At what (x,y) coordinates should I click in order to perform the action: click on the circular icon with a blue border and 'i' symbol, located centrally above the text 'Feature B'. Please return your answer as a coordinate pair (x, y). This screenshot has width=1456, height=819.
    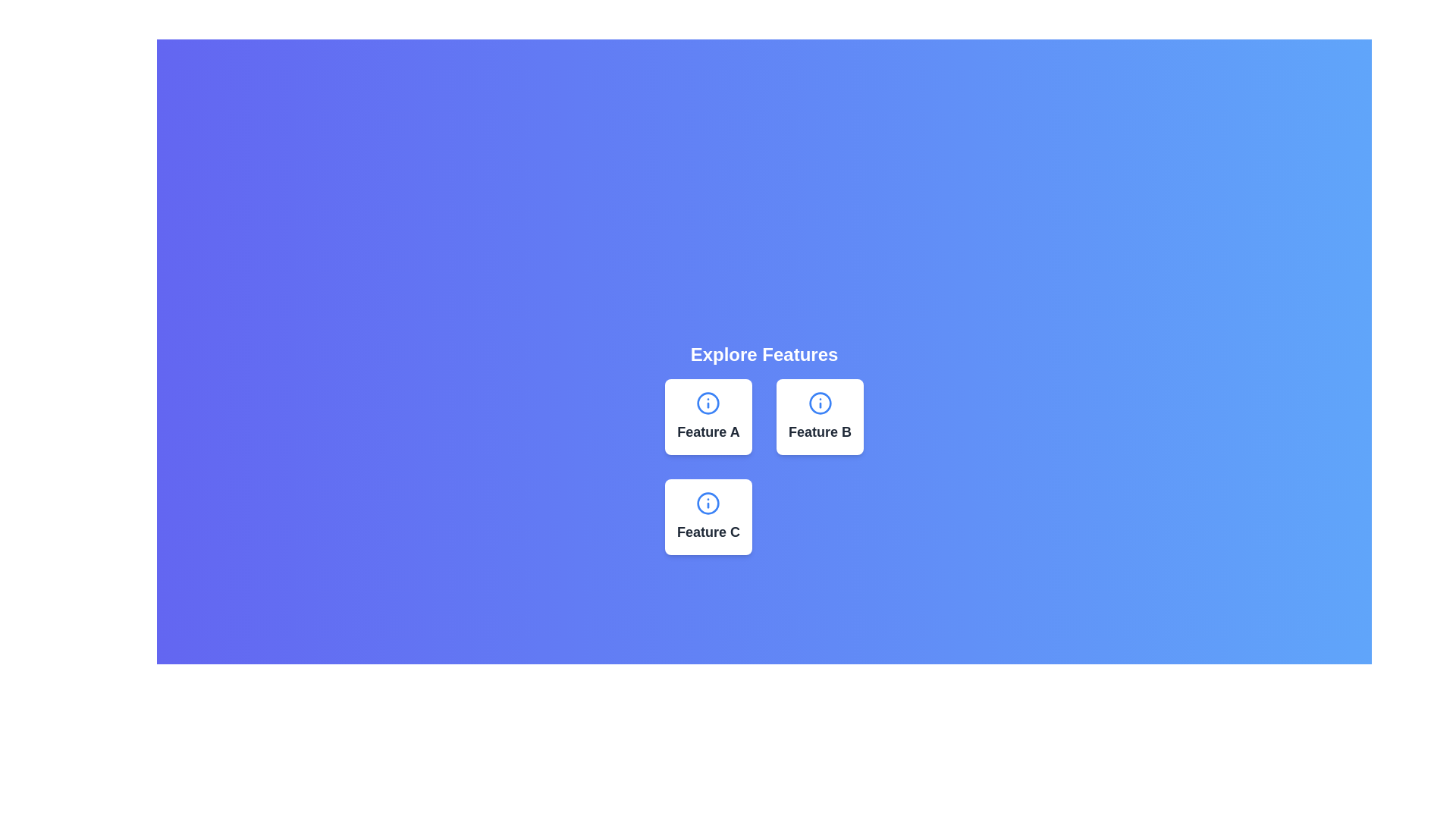
    Looking at the image, I should click on (819, 403).